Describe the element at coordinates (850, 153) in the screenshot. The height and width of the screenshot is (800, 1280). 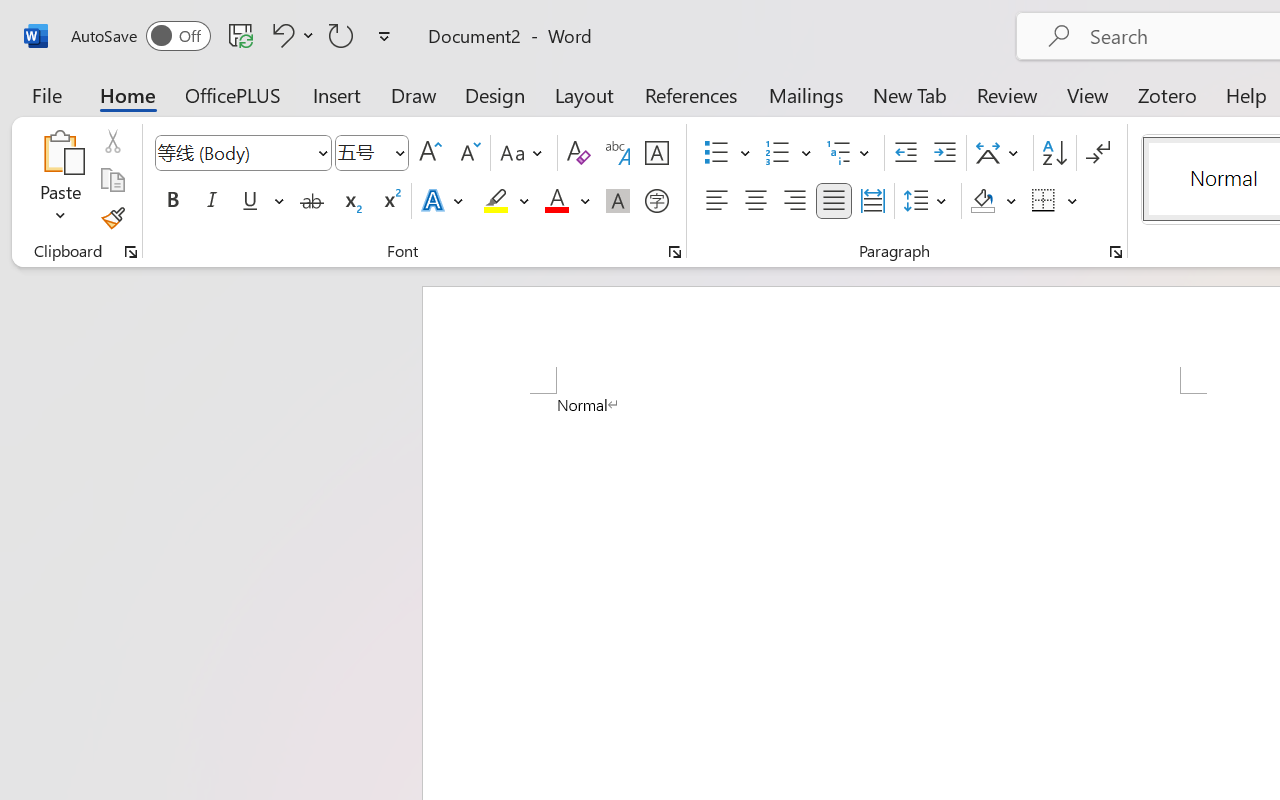
I see `'Multilevel List'` at that location.